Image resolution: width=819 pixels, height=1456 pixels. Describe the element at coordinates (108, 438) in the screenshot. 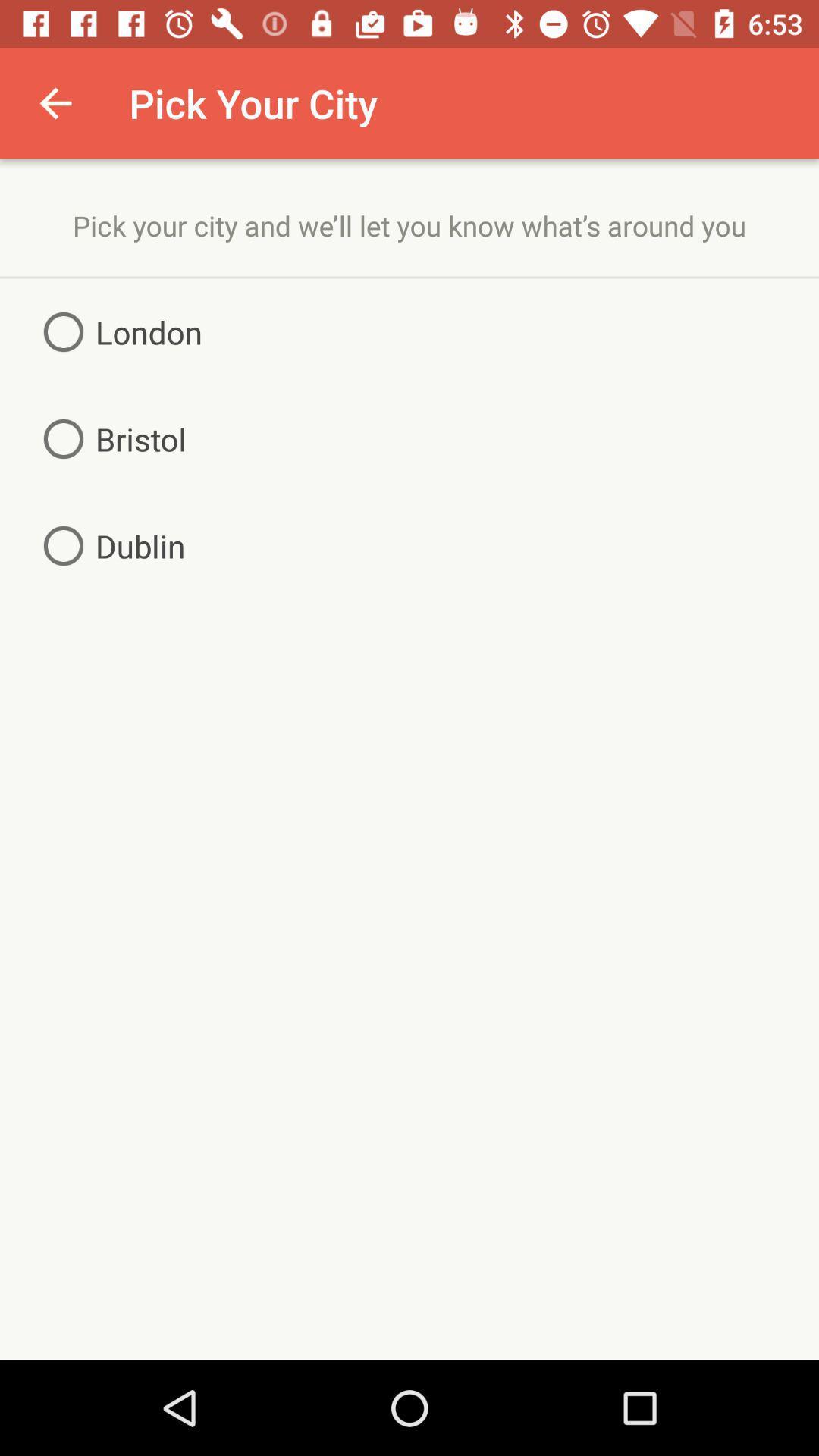

I see `bristol` at that location.